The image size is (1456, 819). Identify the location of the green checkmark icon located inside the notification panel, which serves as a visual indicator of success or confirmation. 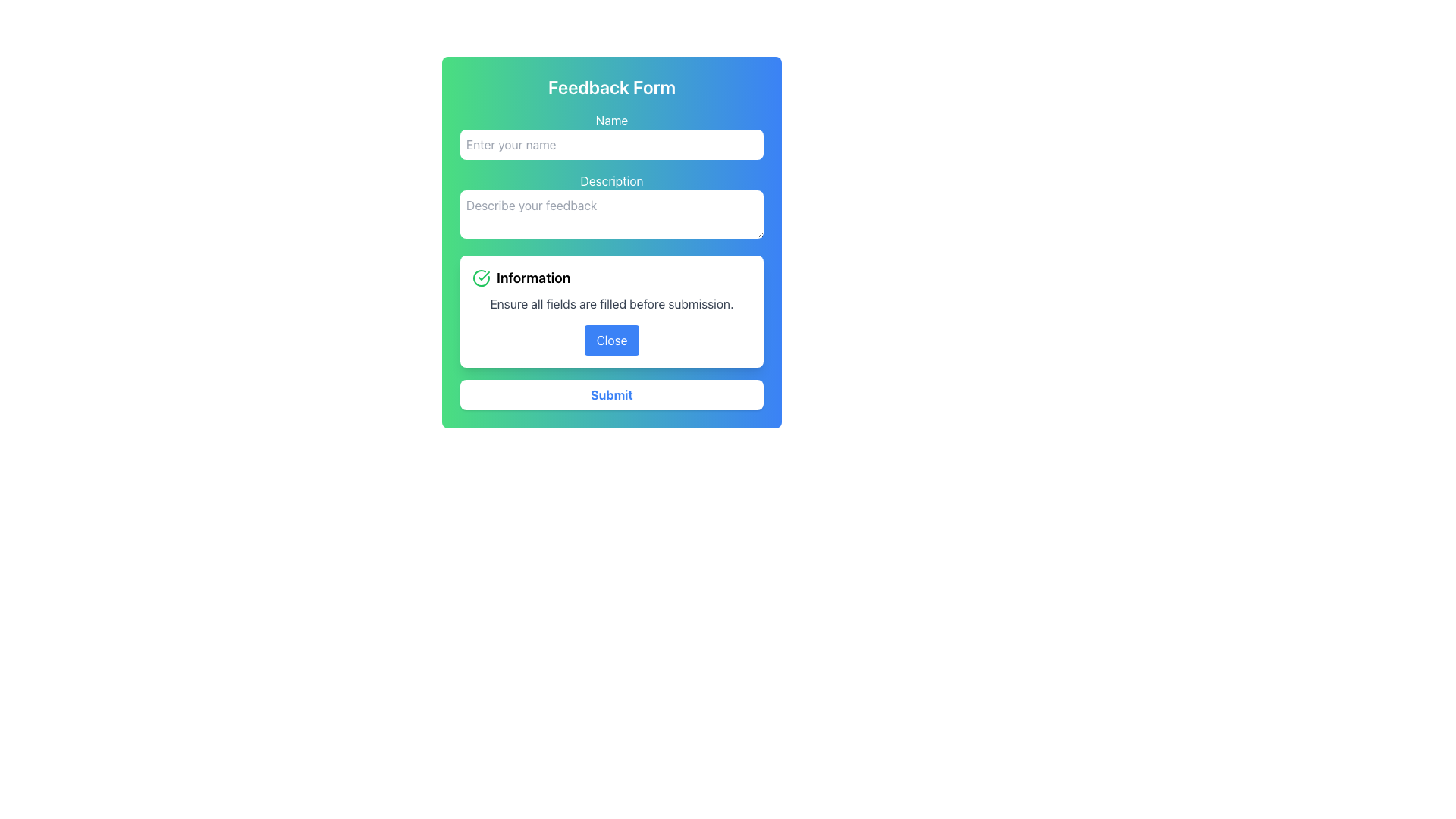
(483, 275).